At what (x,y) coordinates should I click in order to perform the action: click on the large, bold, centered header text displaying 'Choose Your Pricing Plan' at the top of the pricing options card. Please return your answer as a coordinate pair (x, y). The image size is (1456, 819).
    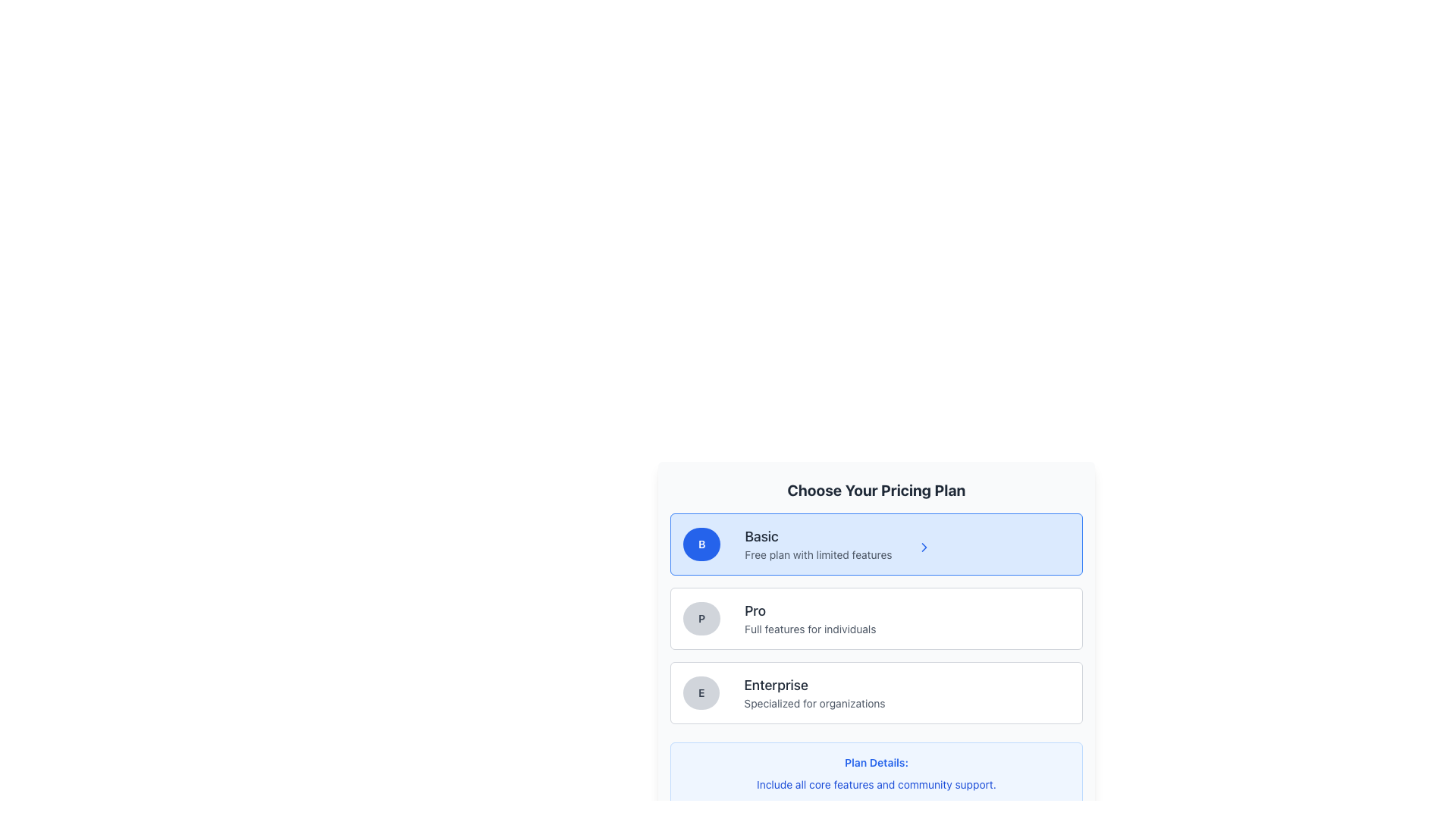
    Looking at the image, I should click on (877, 491).